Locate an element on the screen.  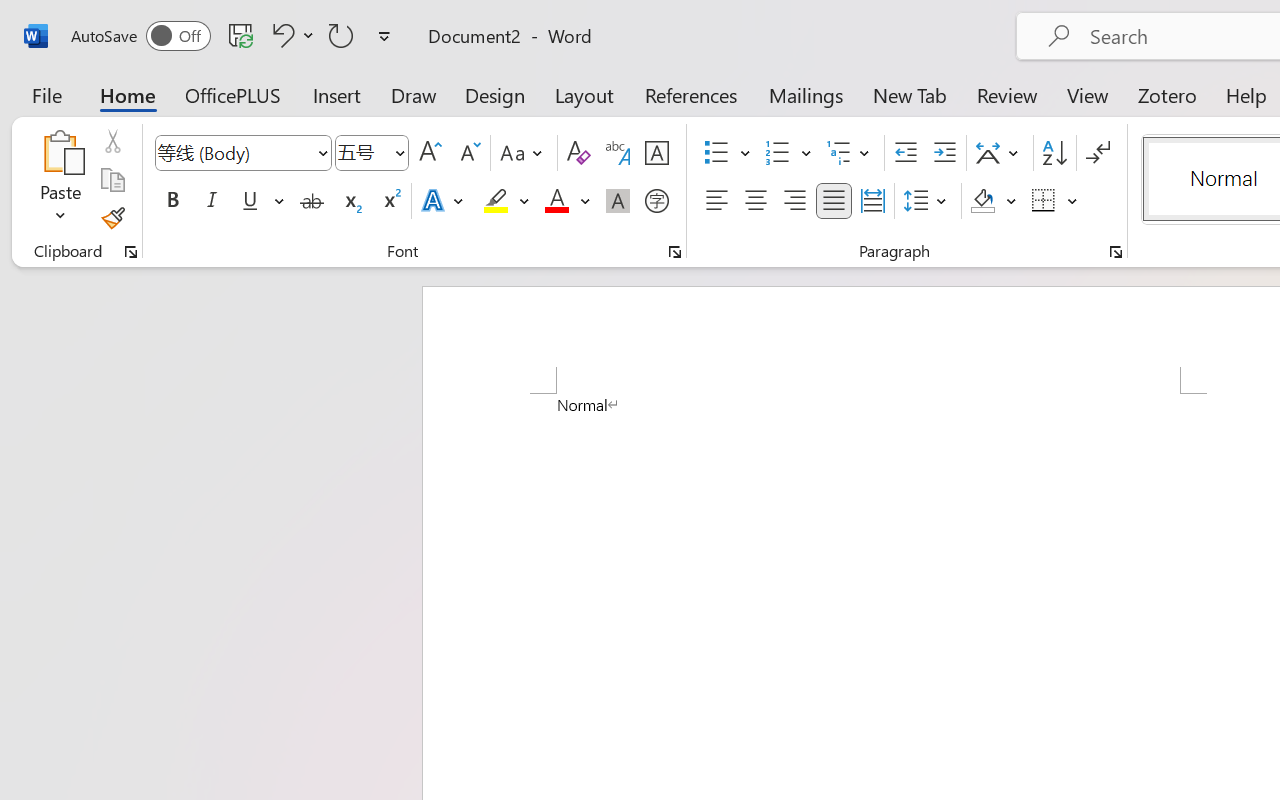
'Bold' is located at coordinates (172, 201).